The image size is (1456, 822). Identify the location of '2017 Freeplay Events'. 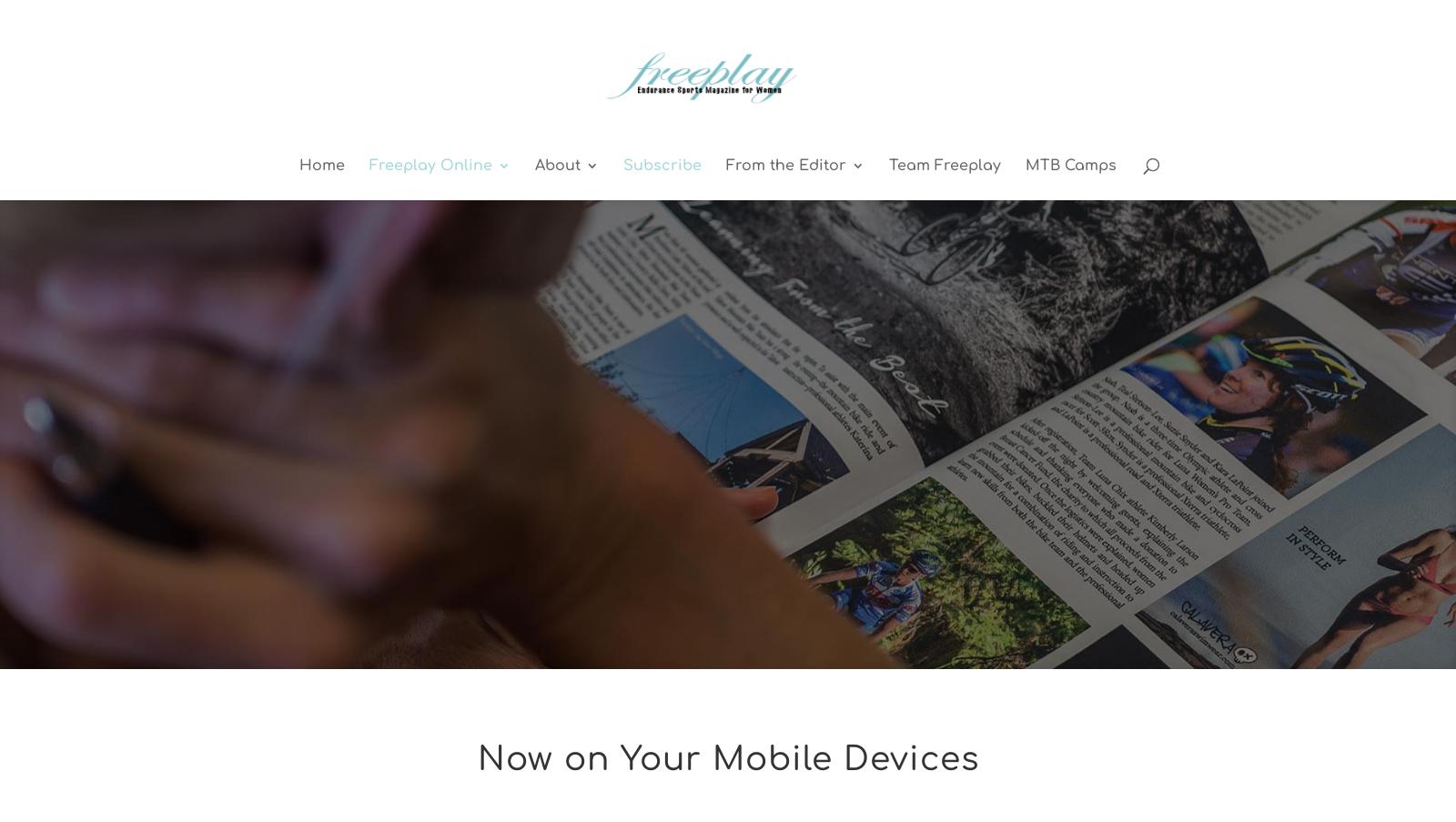
(621, 251).